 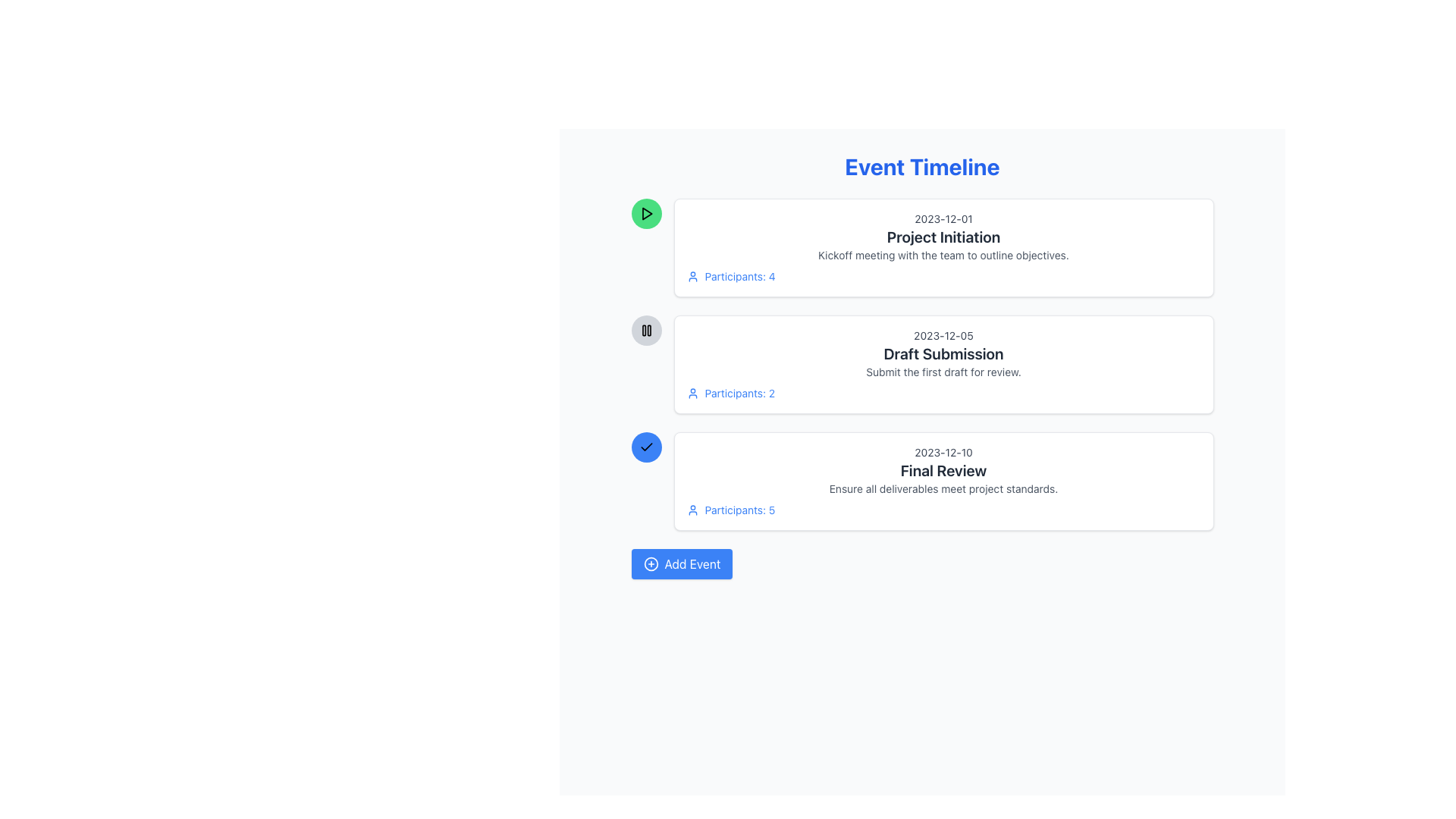 What do you see at coordinates (921, 166) in the screenshot?
I see `the header element styled in a bold and large blue font with the text 'Event Timeline' at the top center of the interface` at bounding box center [921, 166].